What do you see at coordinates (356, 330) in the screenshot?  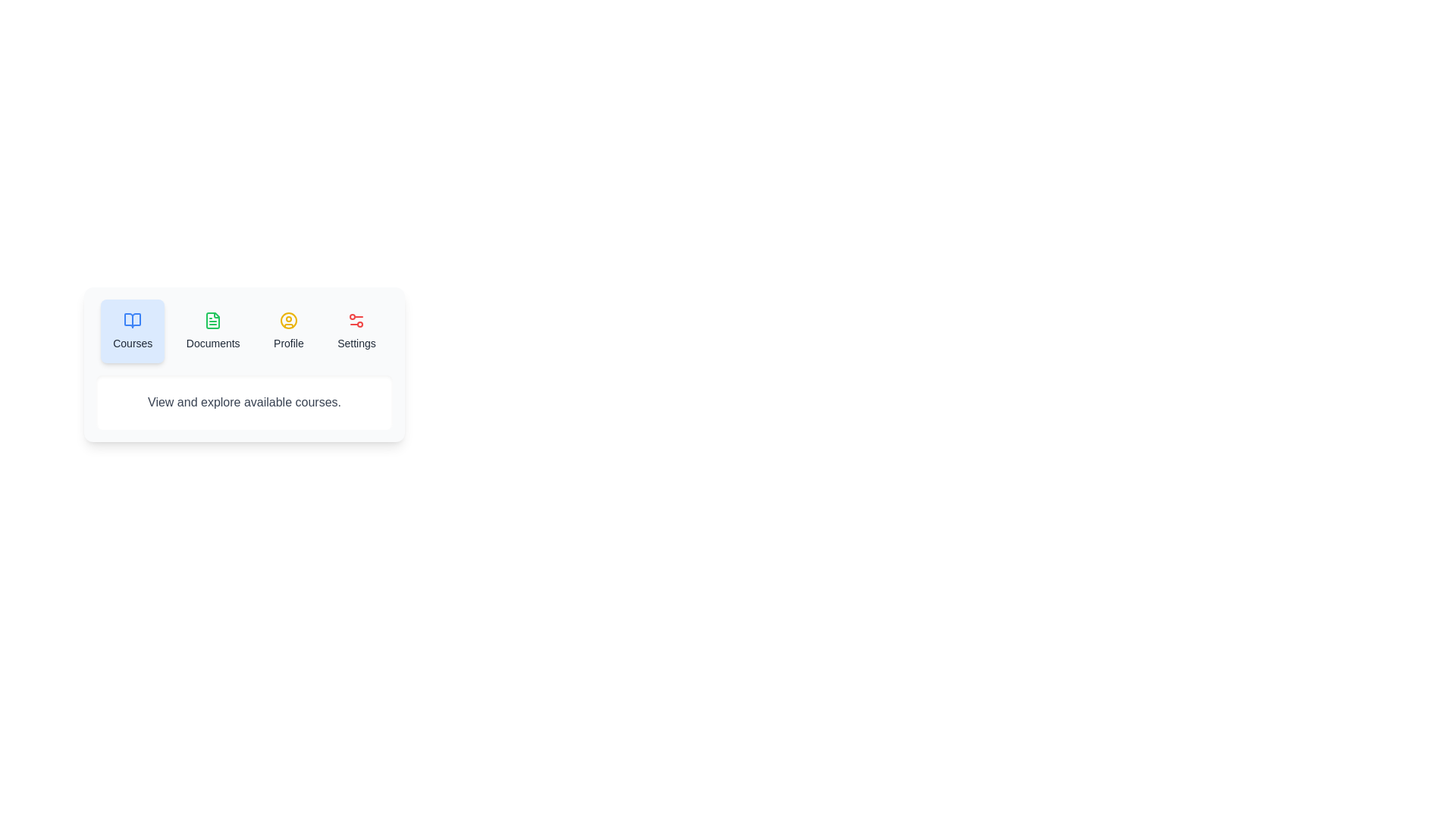 I see `the tab labeled Settings to observe its hover effect` at bounding box center [356, 330].